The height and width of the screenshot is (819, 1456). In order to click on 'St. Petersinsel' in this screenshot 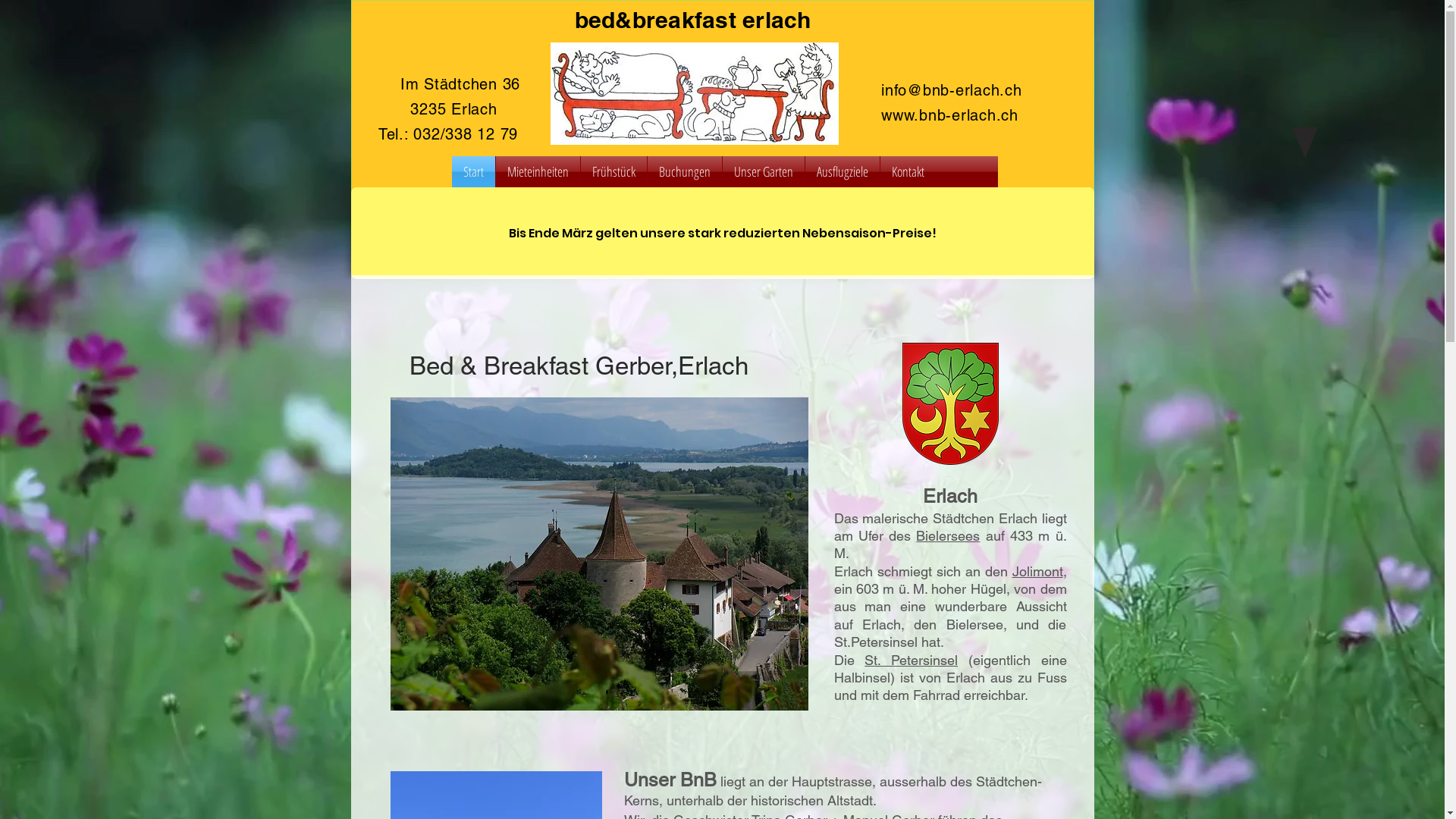, I will do `click(864, 659)`.